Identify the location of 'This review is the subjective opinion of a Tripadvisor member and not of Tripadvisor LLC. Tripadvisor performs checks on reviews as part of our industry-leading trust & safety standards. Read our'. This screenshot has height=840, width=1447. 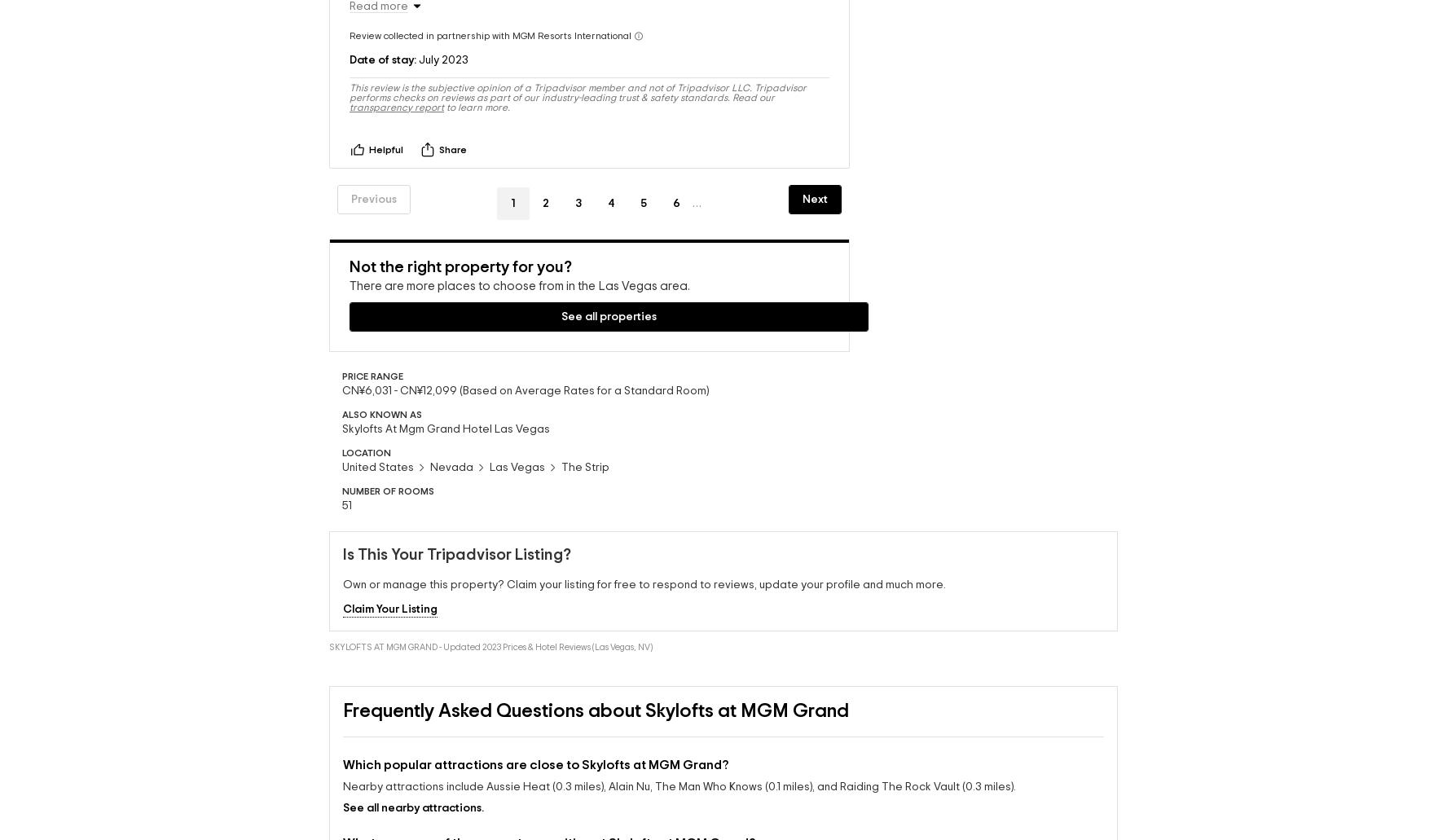
(578, 66).